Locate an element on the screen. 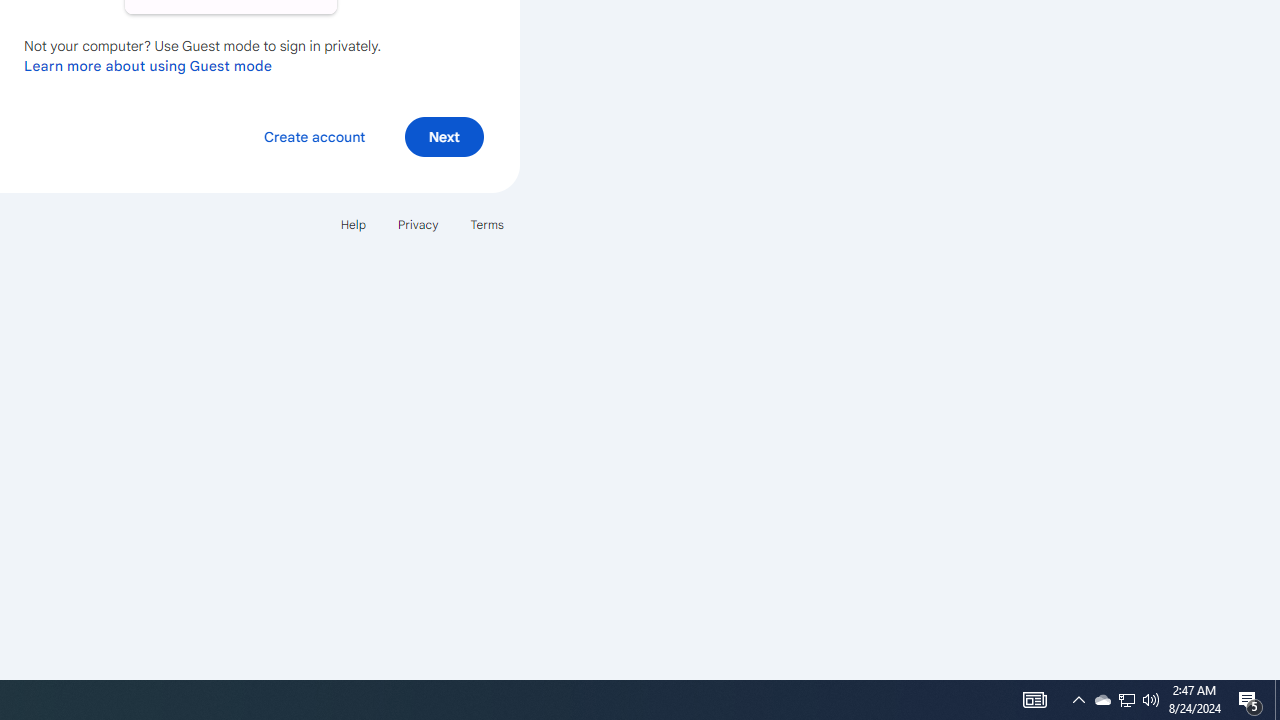 Image resolution: width=1280 pixels, height=720 pixels. 'Create account' is located at coordinates (313, 135).